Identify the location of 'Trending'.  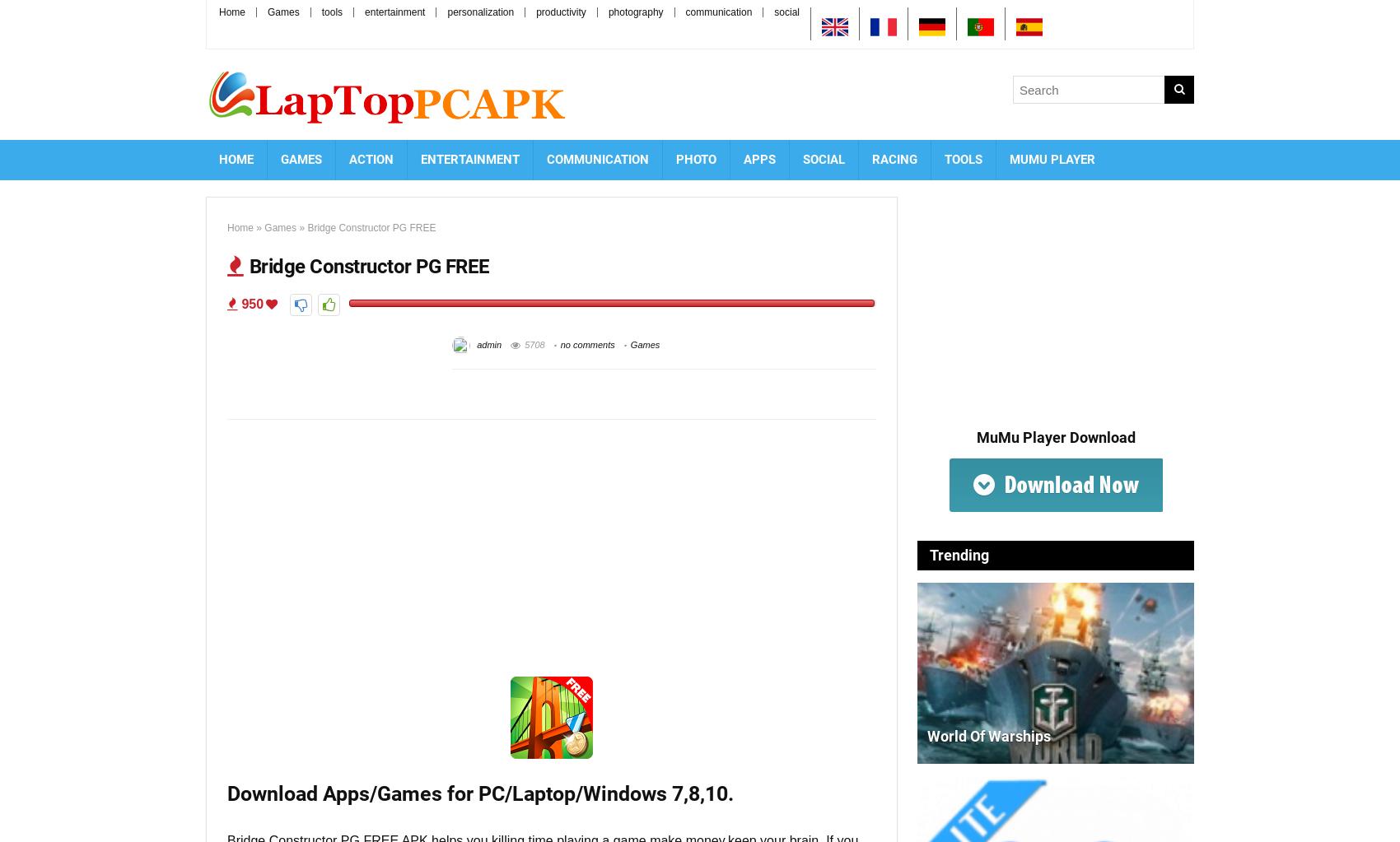
(959, 554).